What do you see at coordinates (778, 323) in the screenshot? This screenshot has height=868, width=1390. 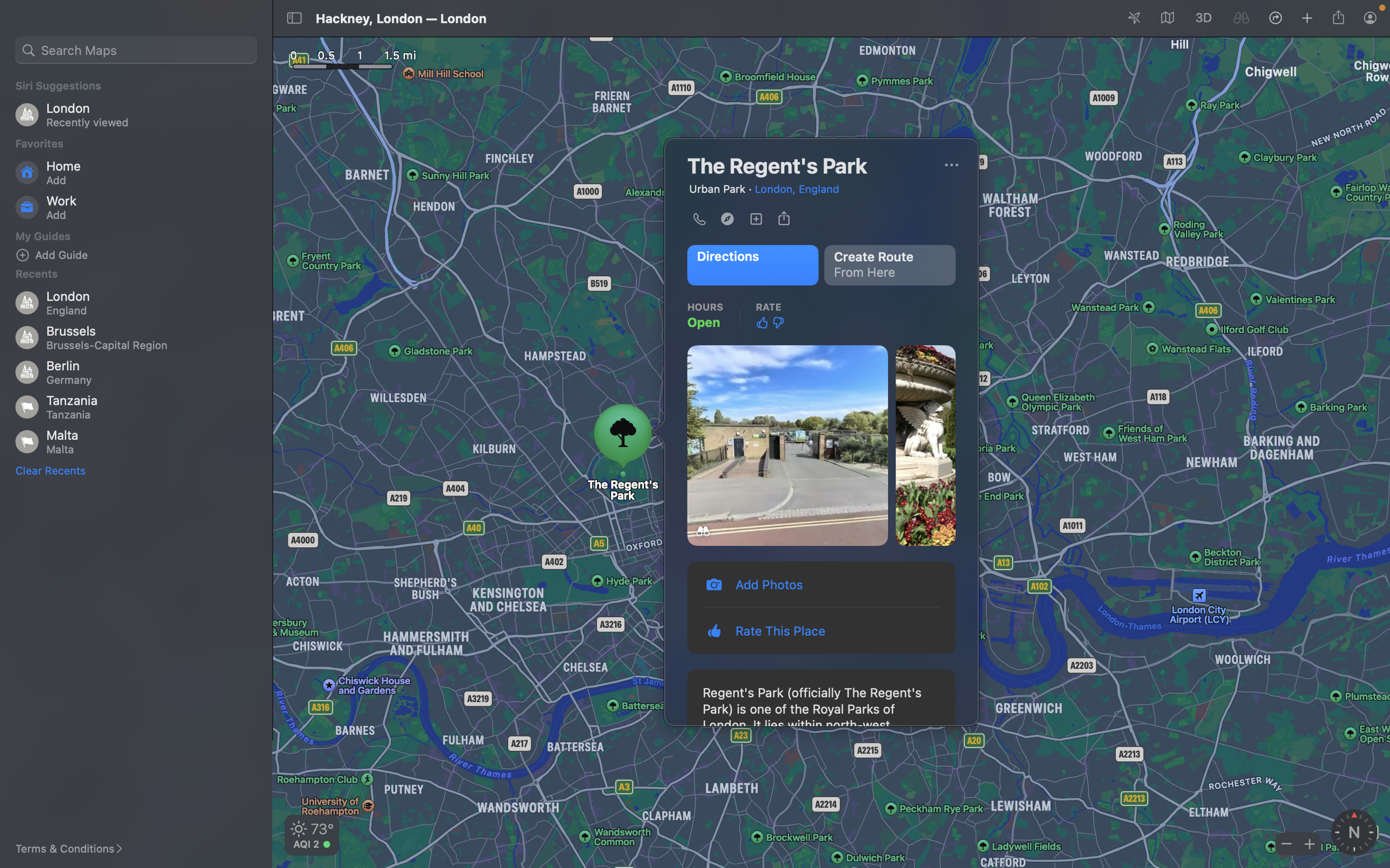 I see `Dislike the place by clicking on the thumbs down button` at bounding box center [778, 323].